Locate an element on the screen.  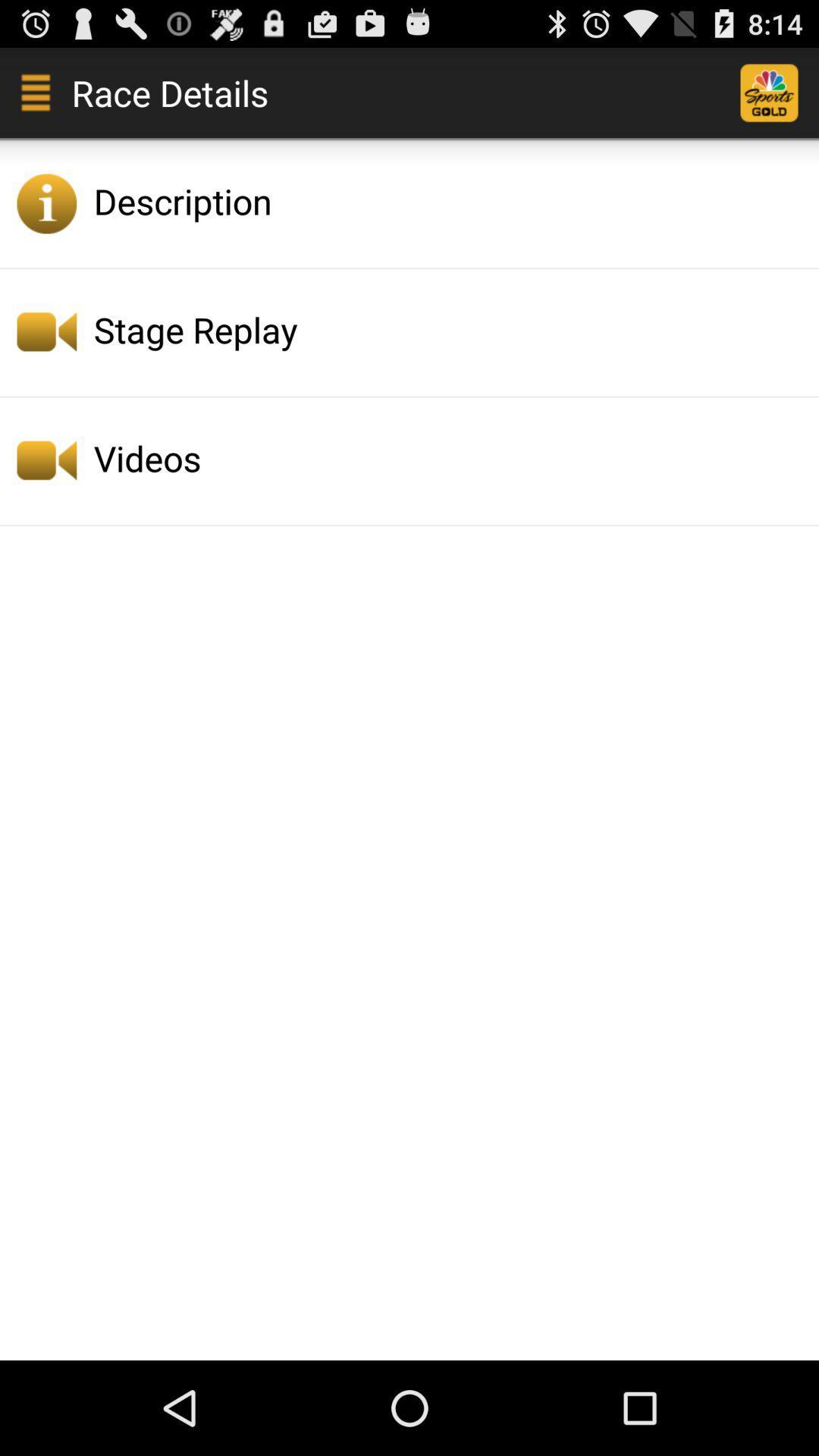
the icon above the videos is located at coordinates (451, 328).